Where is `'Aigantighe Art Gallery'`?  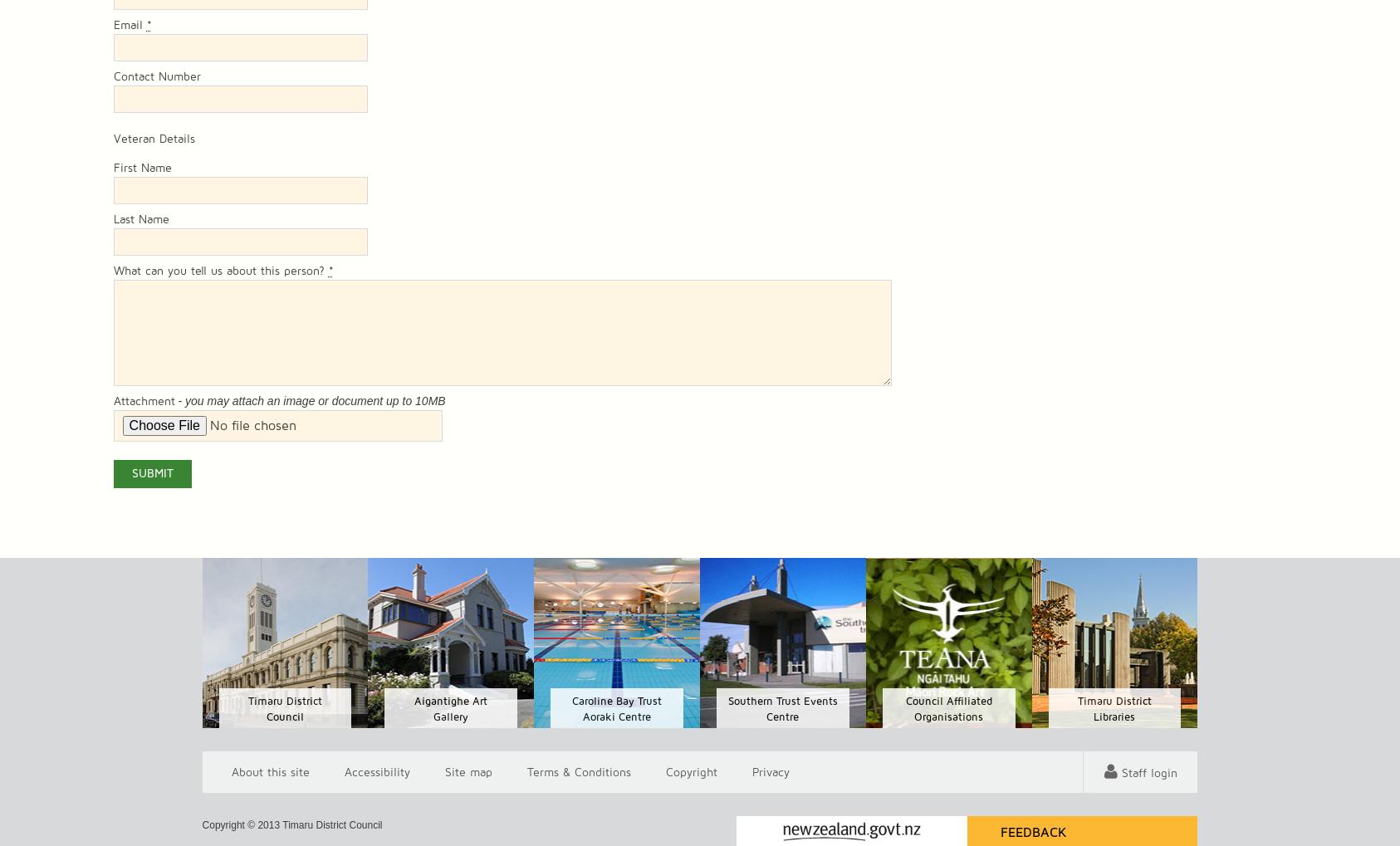
'Aigantighe Art Gallery' is located at coordinates (451, 708).